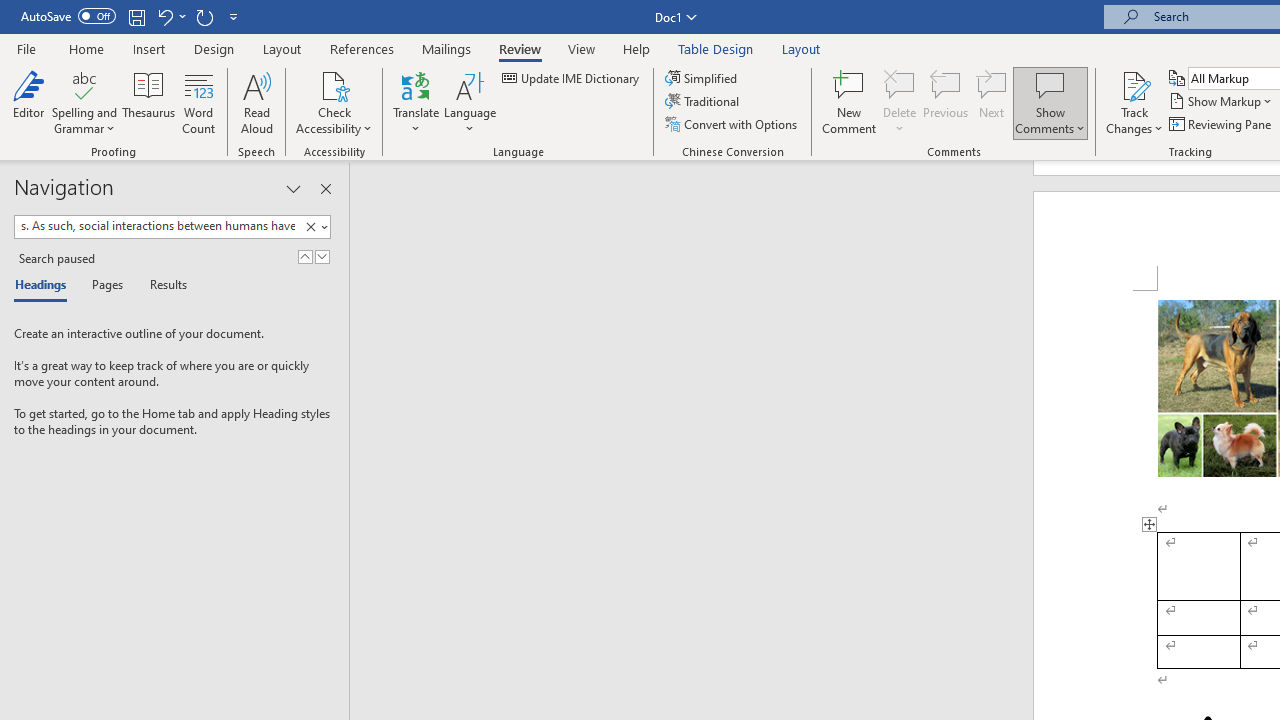  What do you see at coordinates (130, 16) in the screenshot?
I see `'Quick Access Toolbar'` at bounding box center [130, 16].